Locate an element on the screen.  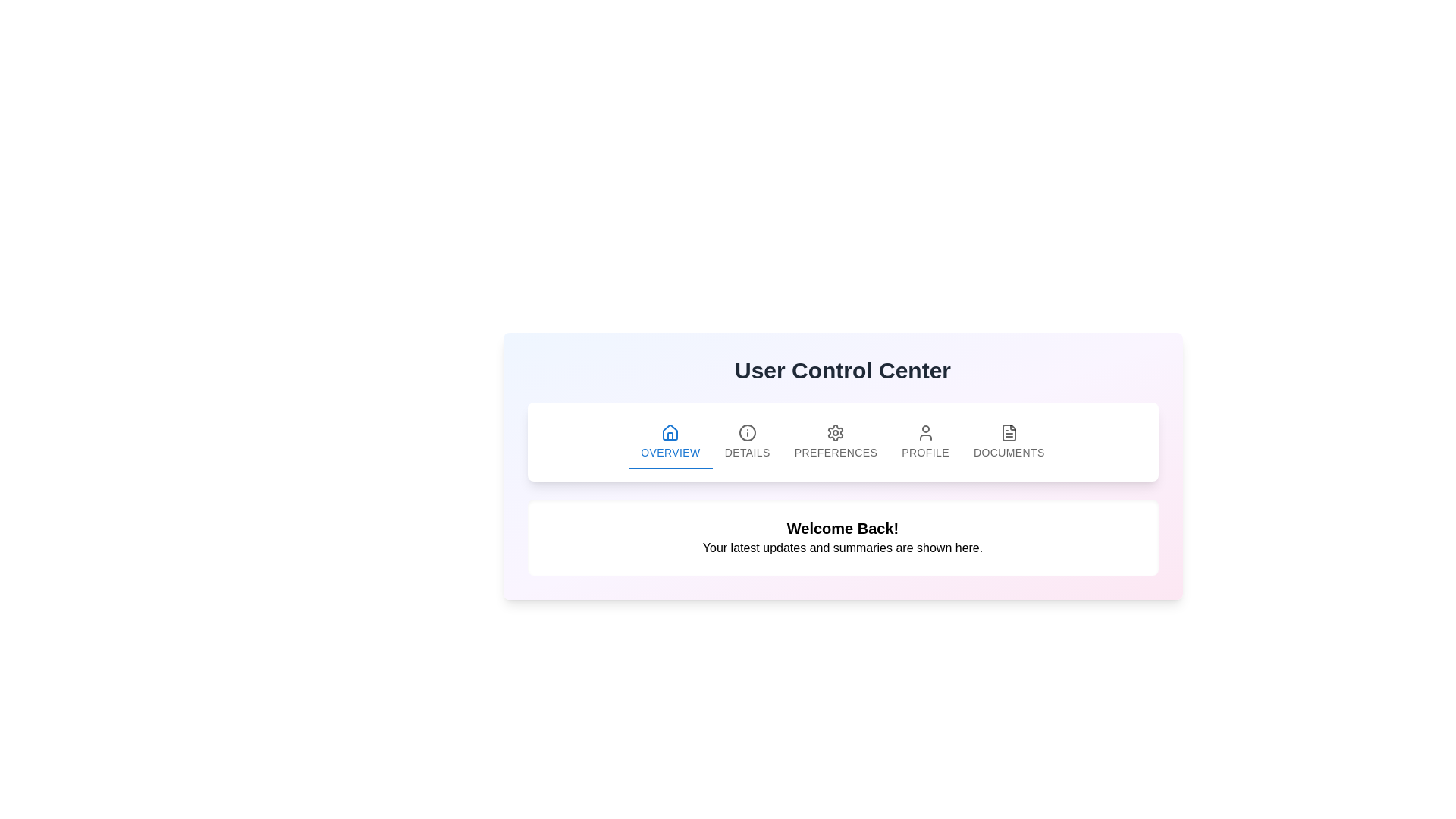
the 'Overview' tab button, which is the first tab on the left in the navigation bar is located at coordinates (670, 441).